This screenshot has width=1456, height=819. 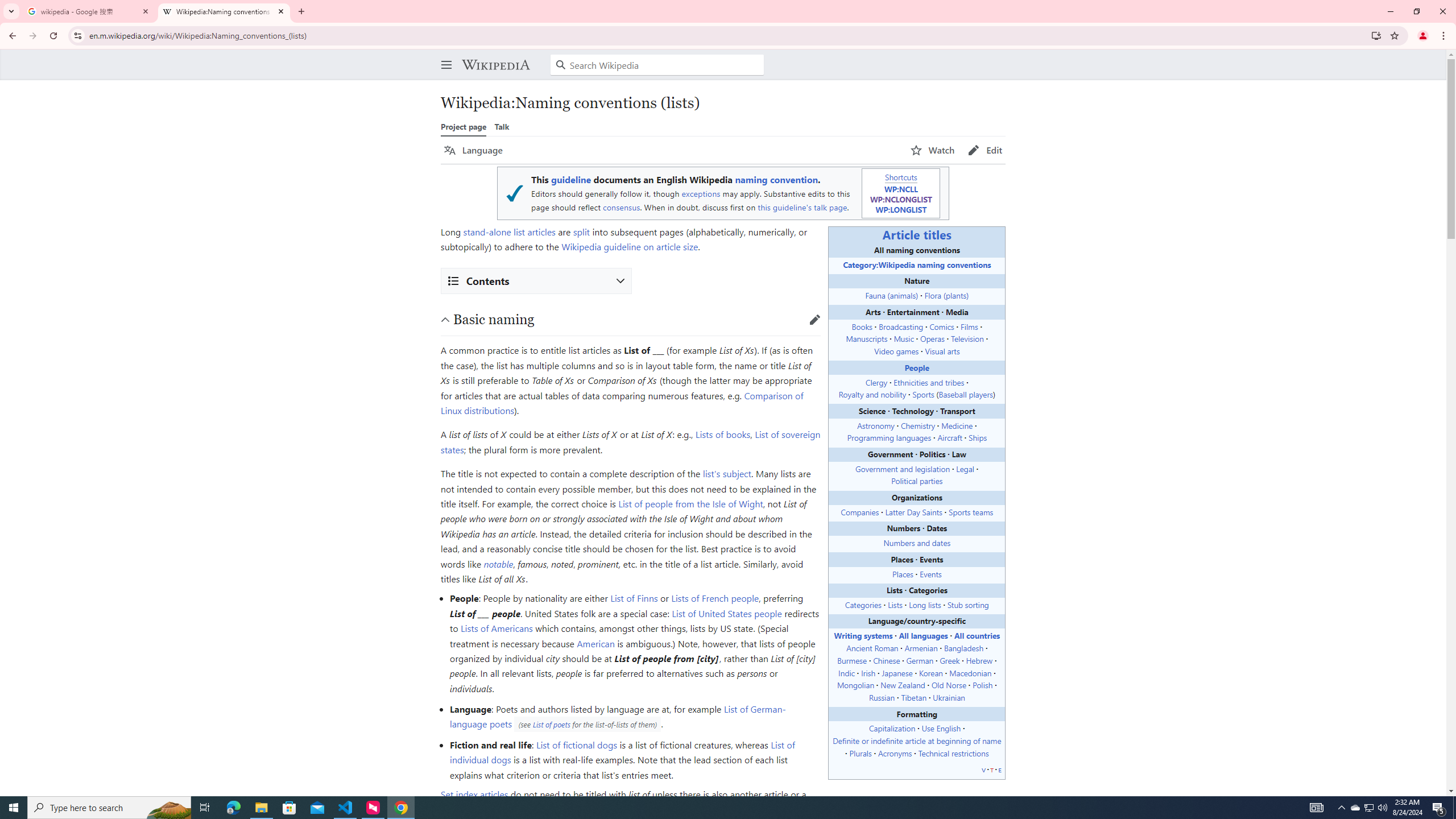 What do you see at coordinates (621, 403) in the screenshot?
I see `'Comparison of Linux distributions'` at bounding box center [621, 403].